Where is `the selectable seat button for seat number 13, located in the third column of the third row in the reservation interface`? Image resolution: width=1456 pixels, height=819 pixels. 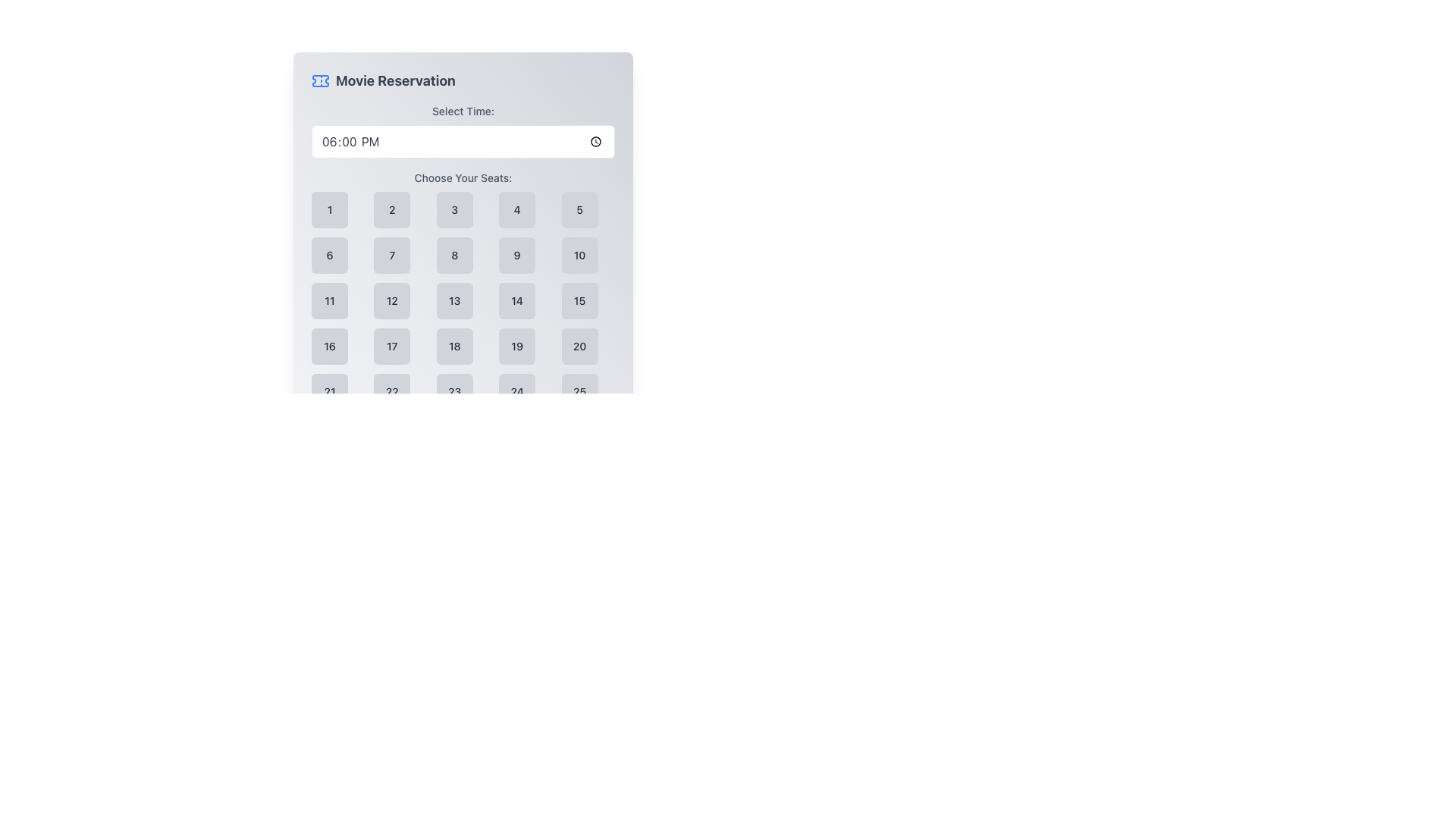
the selectable seat button for seat number 13, located in the third column of the third row in the reservation interface is located at coordinates (453, 301).